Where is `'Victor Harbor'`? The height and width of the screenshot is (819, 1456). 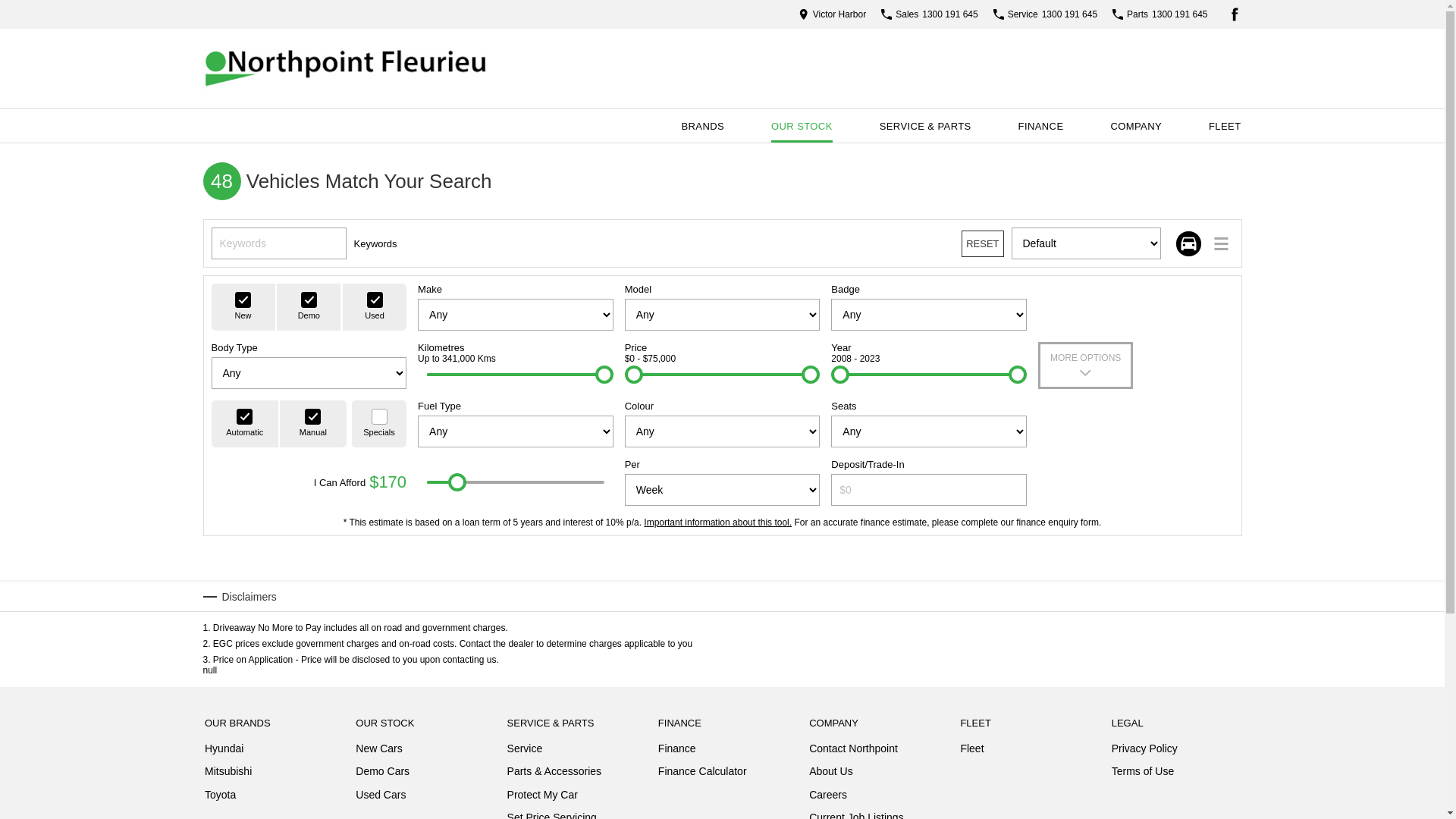 'Victor Harbor' is located at coordinates (831, 14).